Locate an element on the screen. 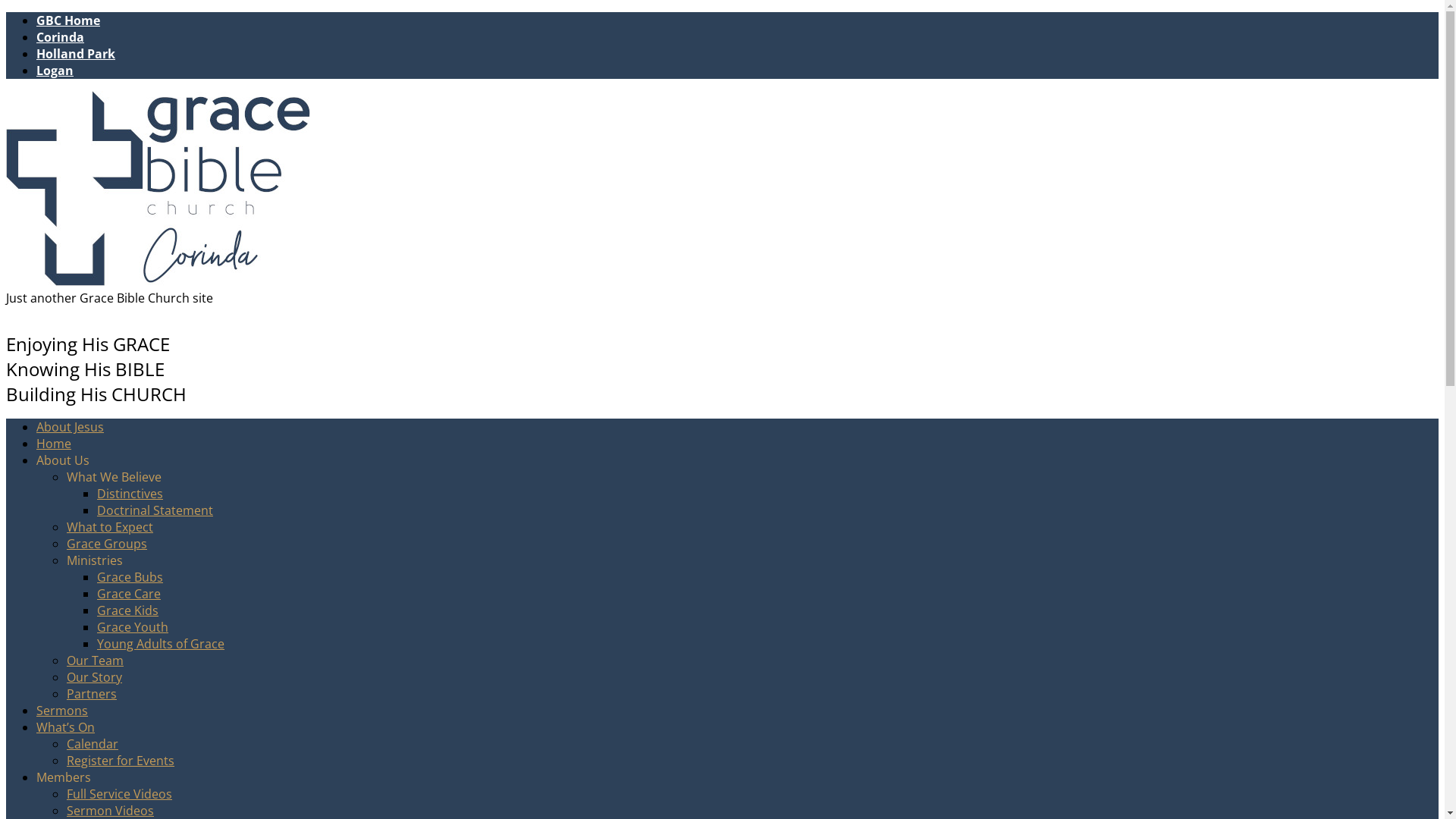 The height and width of the screenshot is (819, 1456). 'Young Adults of Grace' is located at coordinates (160, 643).